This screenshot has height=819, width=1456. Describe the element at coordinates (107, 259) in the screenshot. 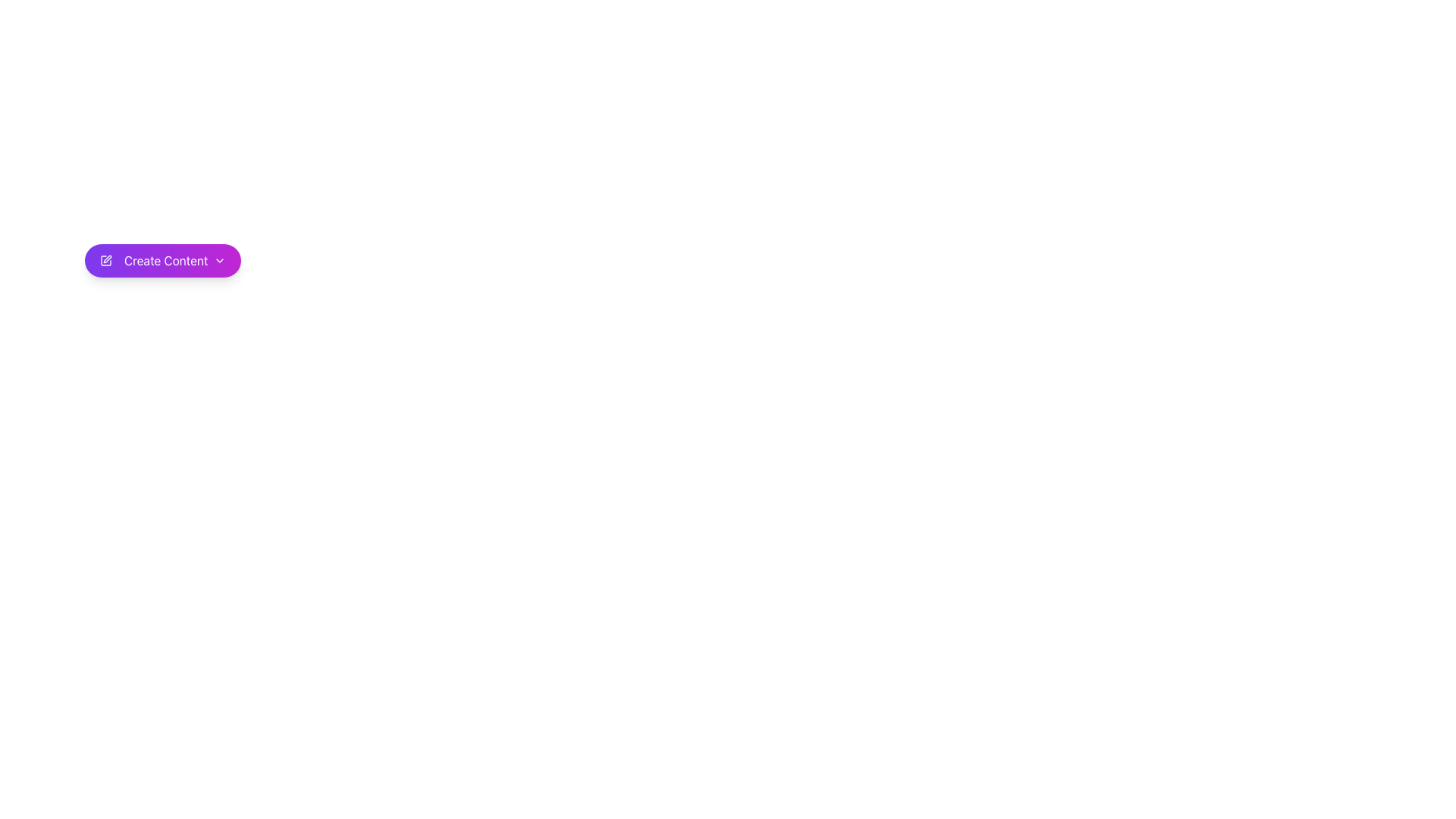

I see `the edit icon, which is a graphic icon representing a square with a pen overlay, located to the left of the 'Create Content' button` at that location.